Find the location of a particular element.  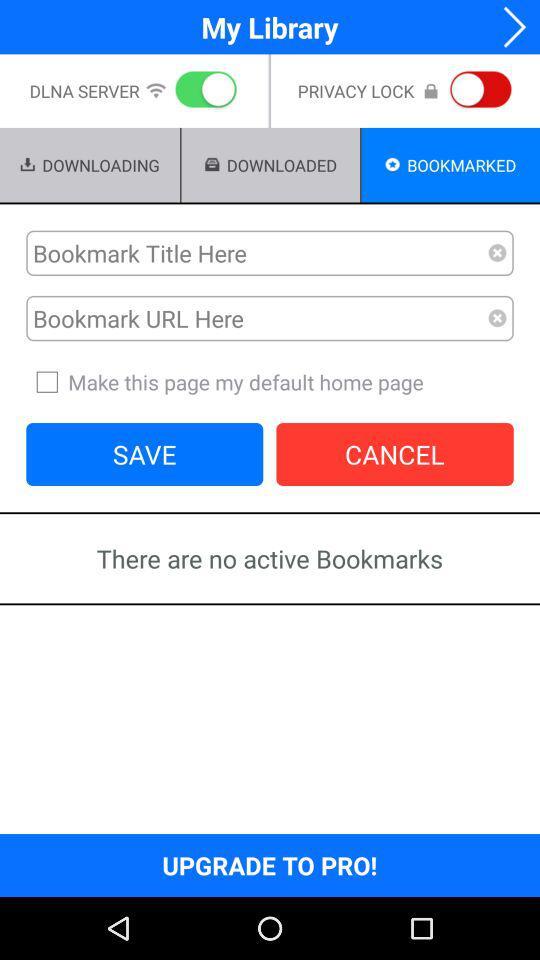

bookmark title box is located at coordinates (257, 252).